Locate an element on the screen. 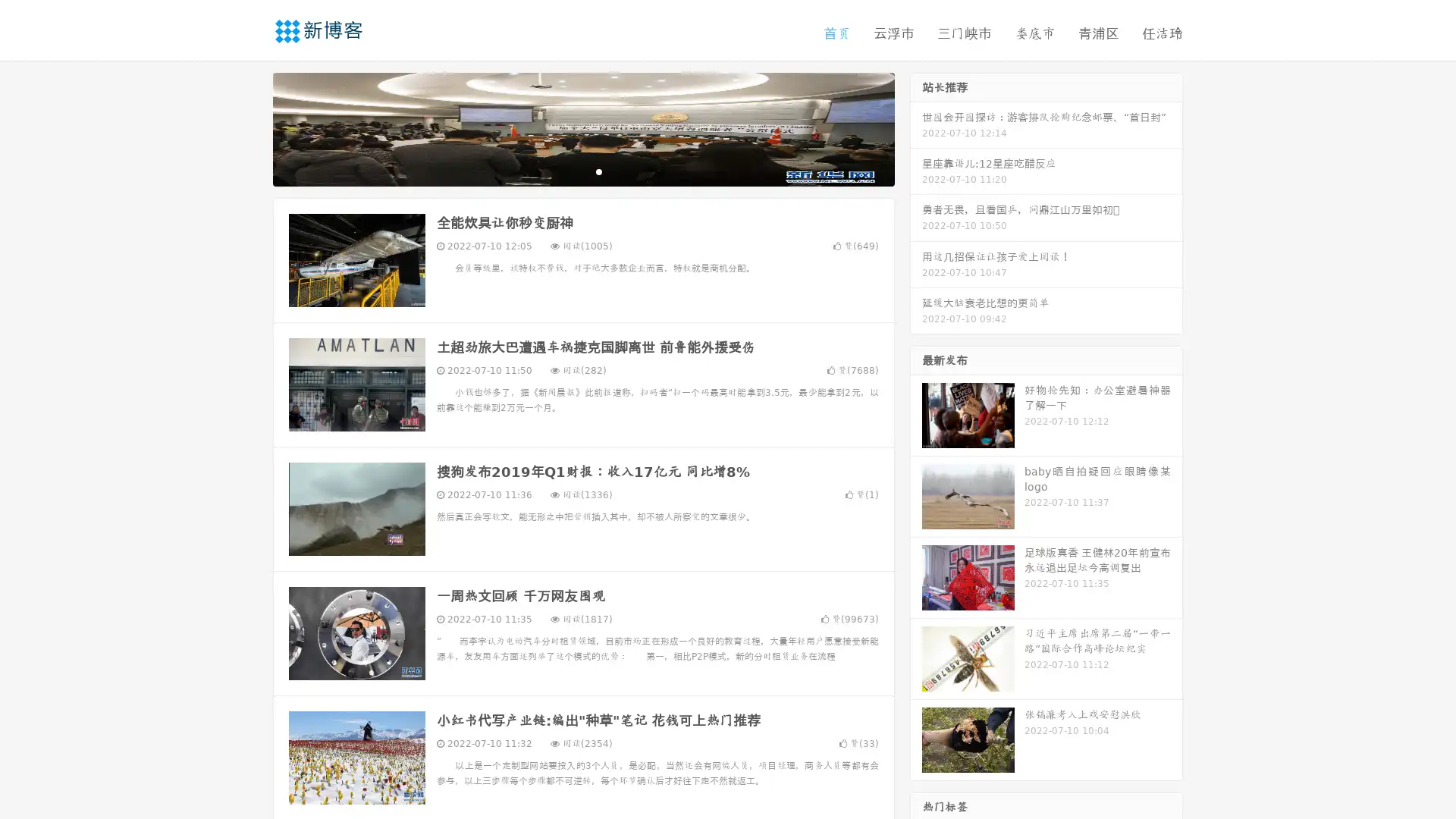 The width and height of the screenshot is (1456, 819). Go to slide 1 is located at coordinates (567, 171).